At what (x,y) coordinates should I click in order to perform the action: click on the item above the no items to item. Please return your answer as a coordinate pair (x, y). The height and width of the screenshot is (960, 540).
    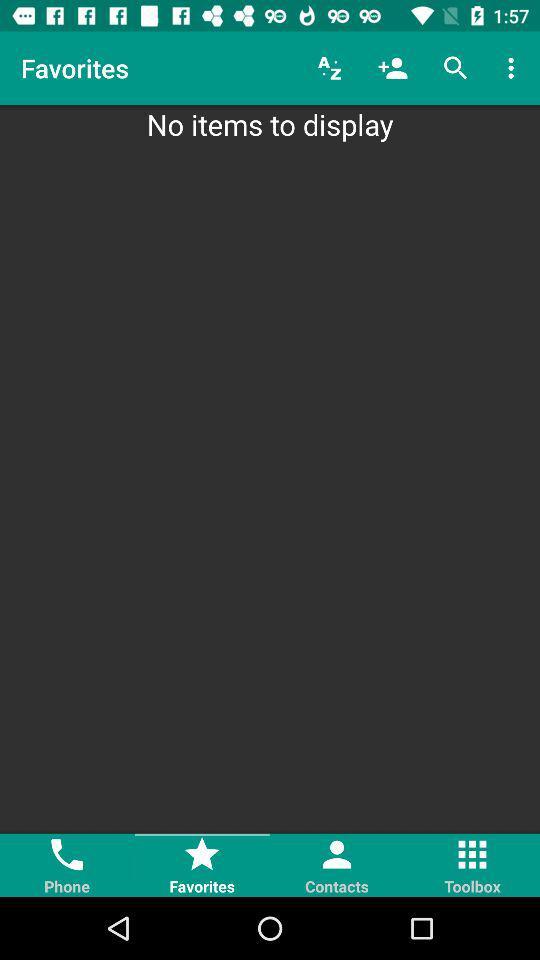
    Looking at the image, I should click on (393, 68).